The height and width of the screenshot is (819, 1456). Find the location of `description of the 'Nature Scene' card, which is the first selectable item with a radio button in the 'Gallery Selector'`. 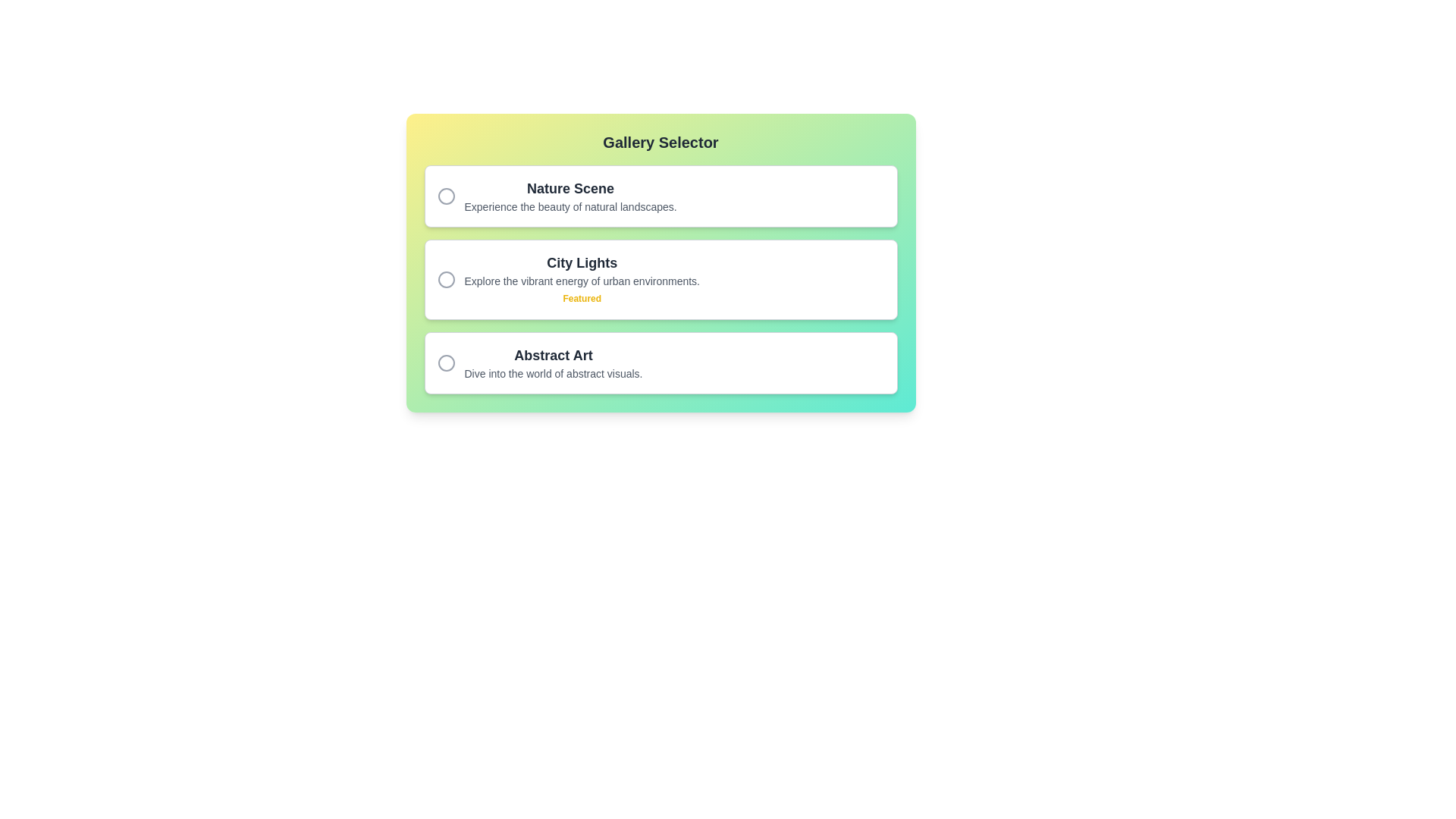

description of the 'Nature Scene' card, which is the first selectable item with a radio button in the 'Gallery Selector' is located at coordinates (661, 195).